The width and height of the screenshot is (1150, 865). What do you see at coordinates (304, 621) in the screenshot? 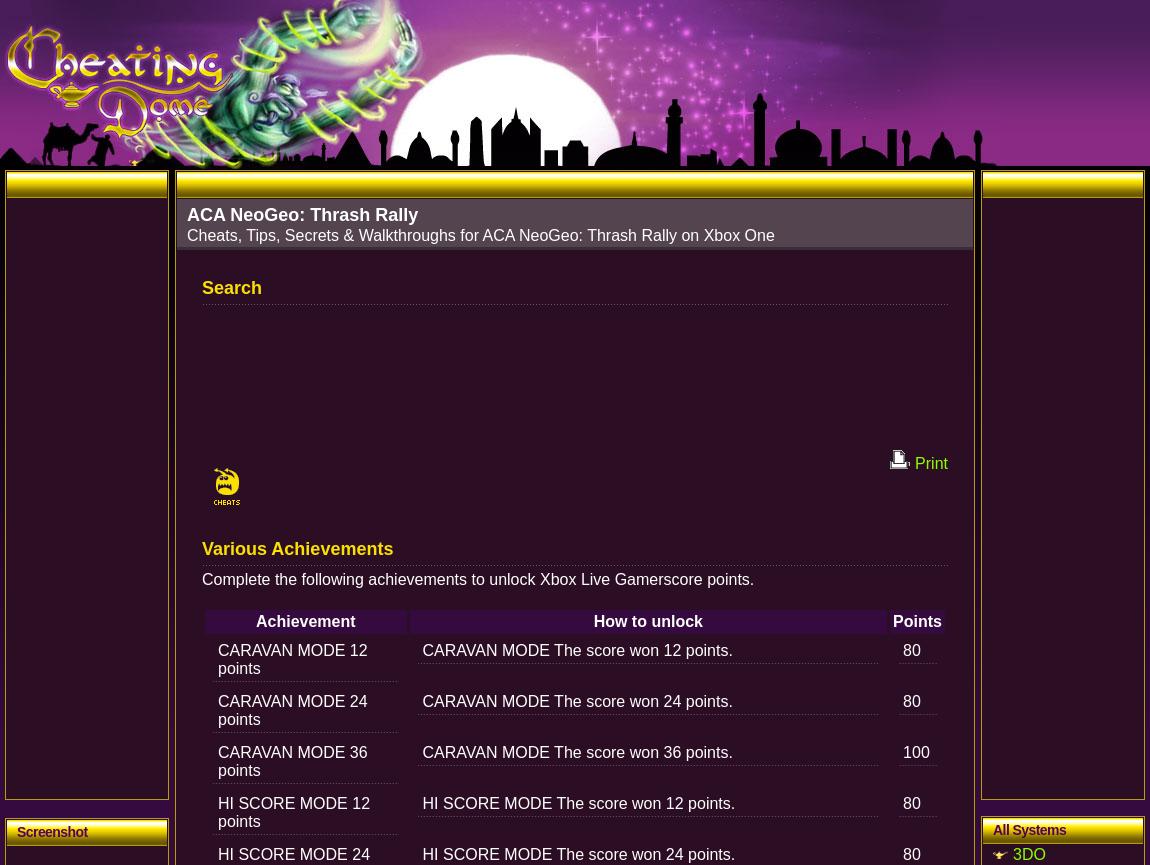
I see `'Achievement'` at bounding box center [304, 621].